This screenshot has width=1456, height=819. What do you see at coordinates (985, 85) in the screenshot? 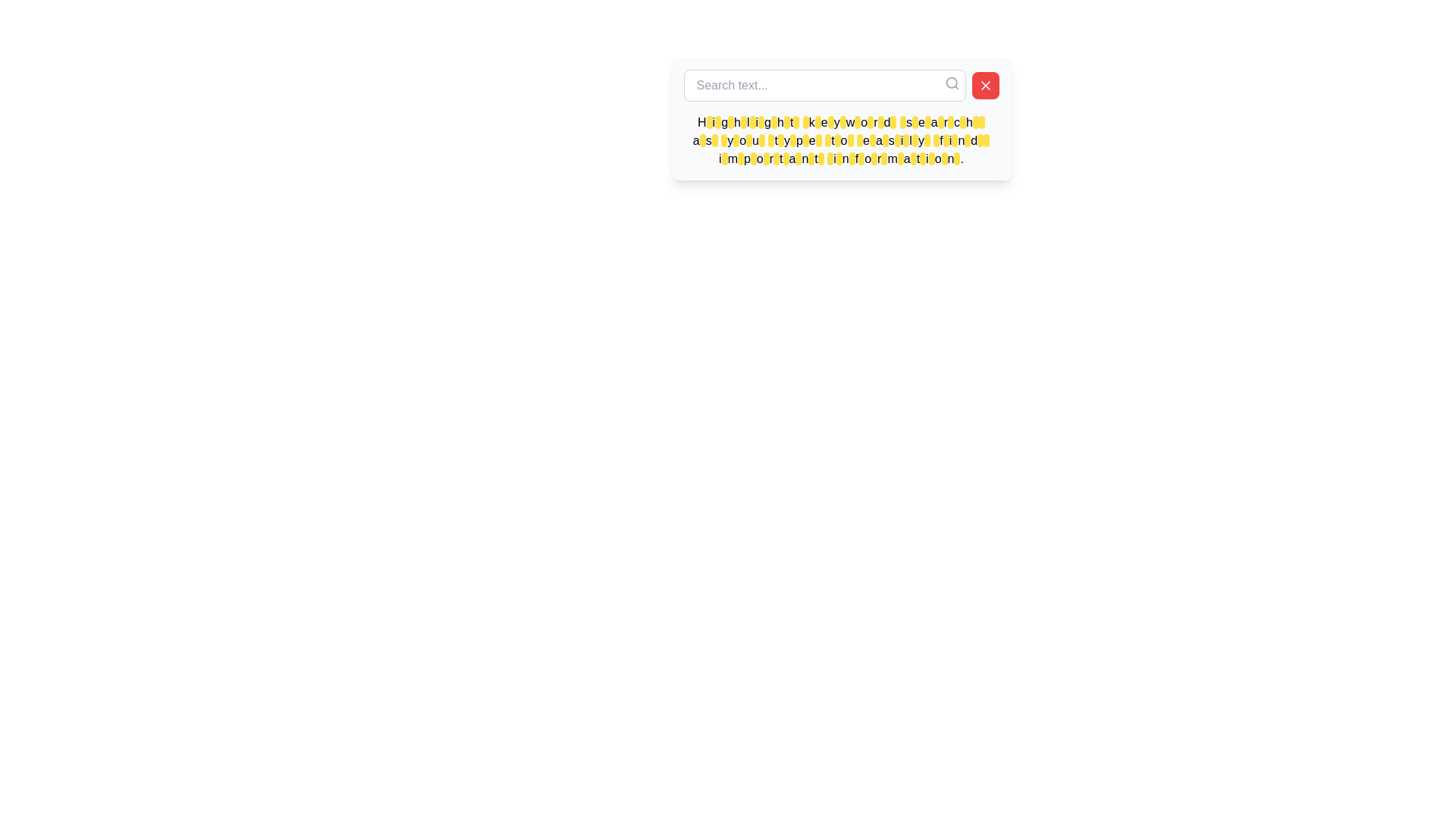
I see `the close or reset button located at the top-right corner of the search interface to clear the input` at bounding box center [985, 85].